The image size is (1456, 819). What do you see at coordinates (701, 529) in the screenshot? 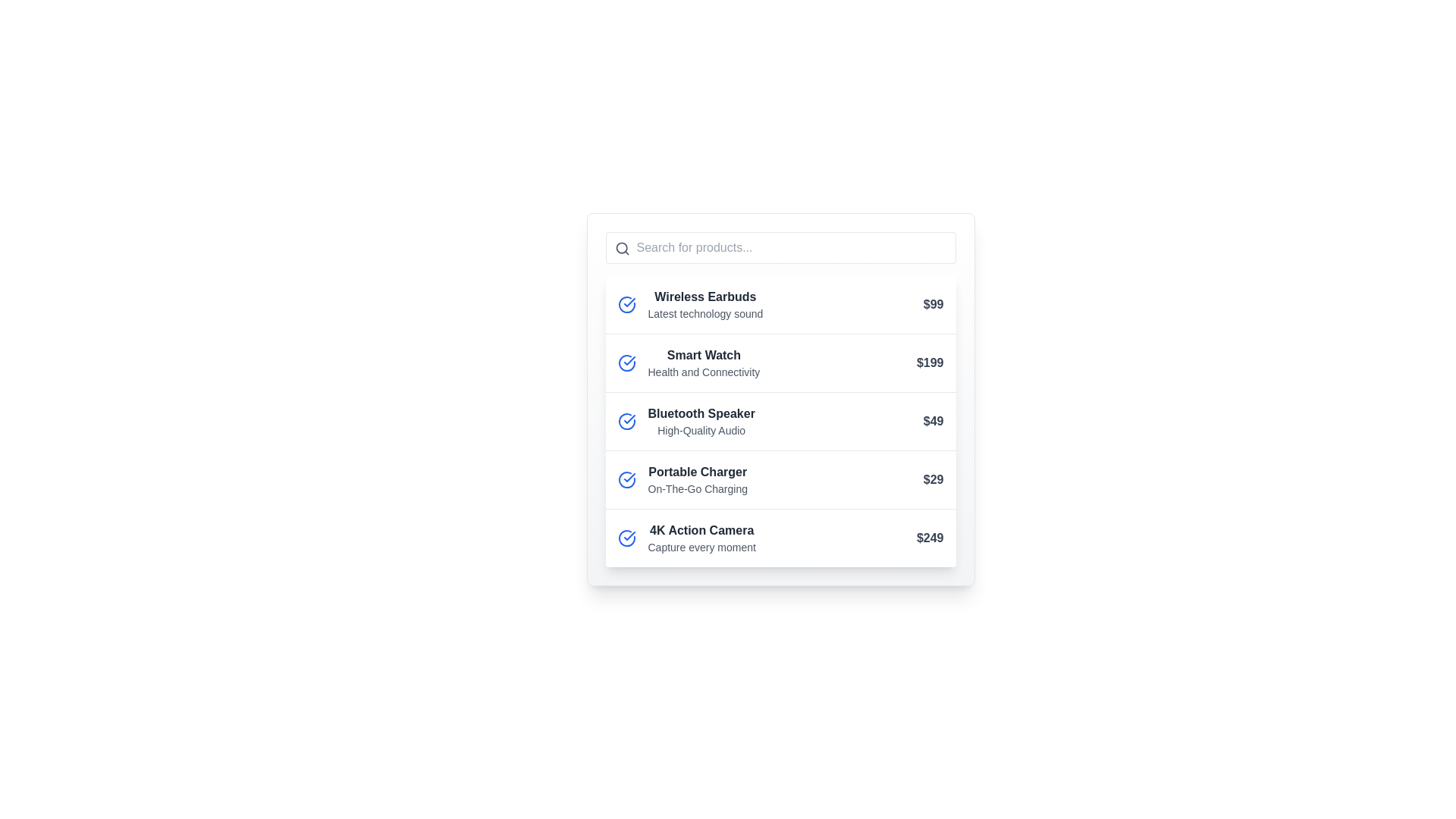
I see `text from the product title label located in the fifth row of the product listing, aligned with a descriptive text below it and a price above it` at bounding box center [701, 529].